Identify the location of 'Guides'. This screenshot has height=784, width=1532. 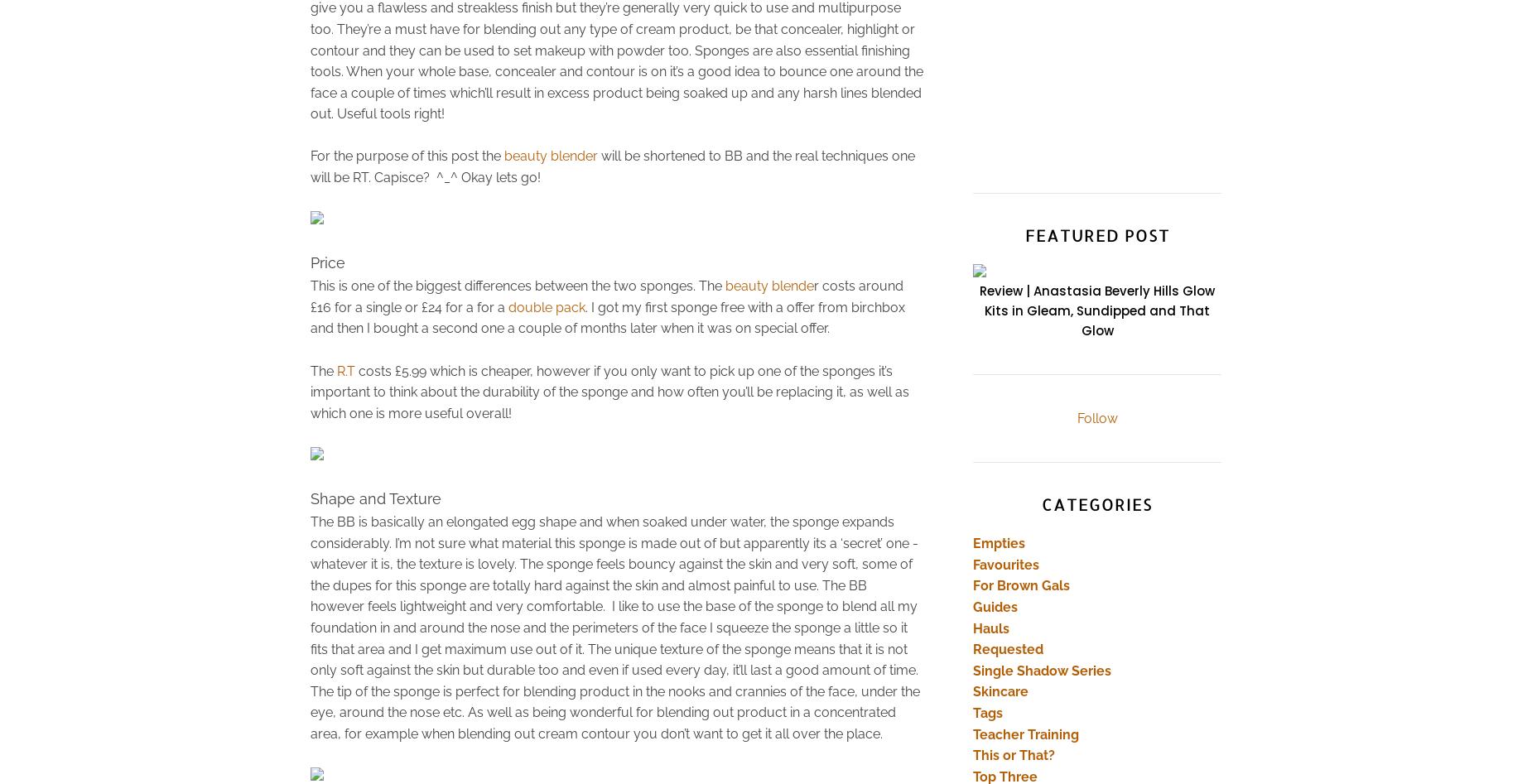
(971, 605).